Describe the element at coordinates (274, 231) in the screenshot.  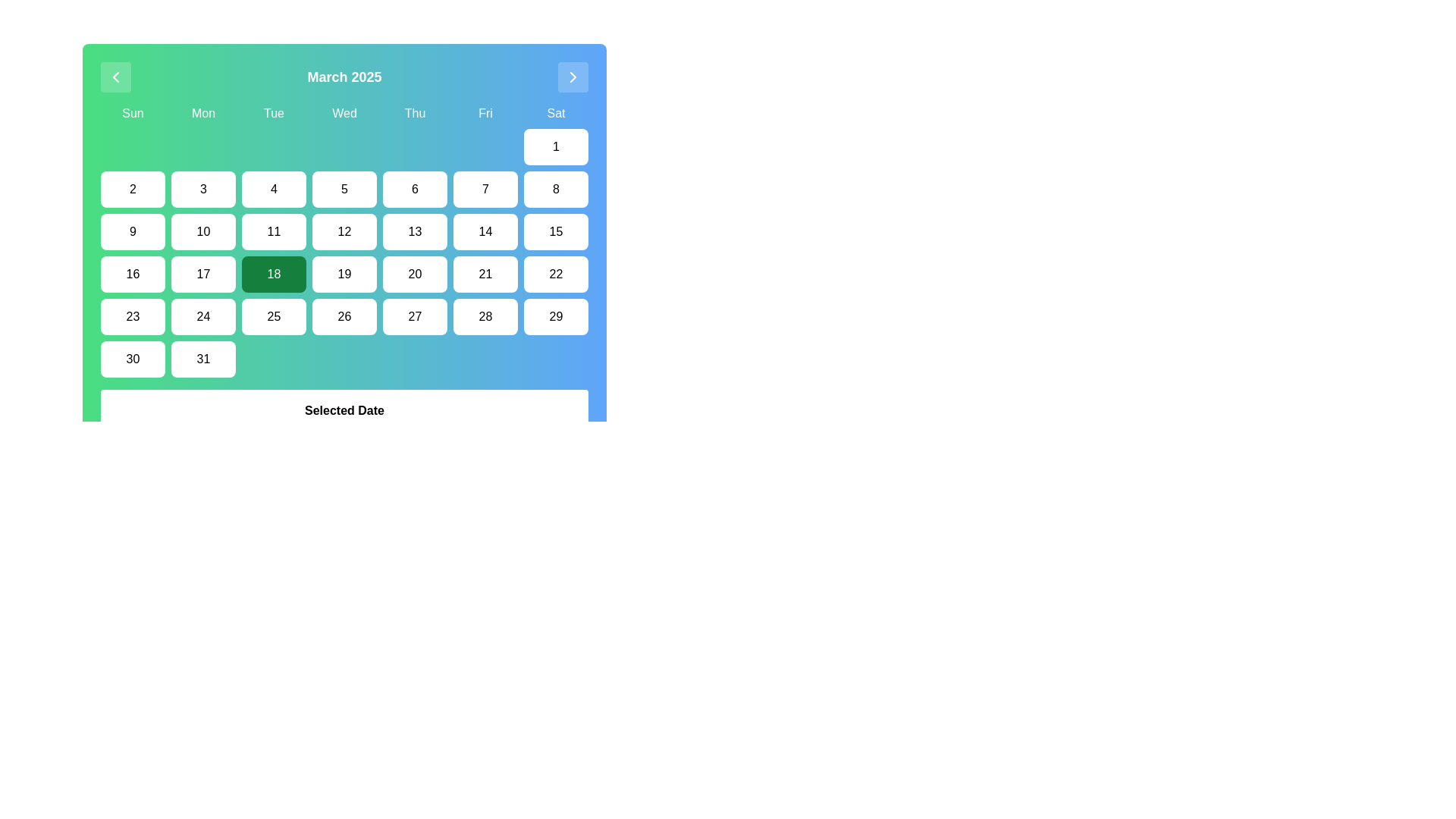
I see `the button displaying the number '11' in the calendar grid layout under the column labeled 'Tue'` at that location.